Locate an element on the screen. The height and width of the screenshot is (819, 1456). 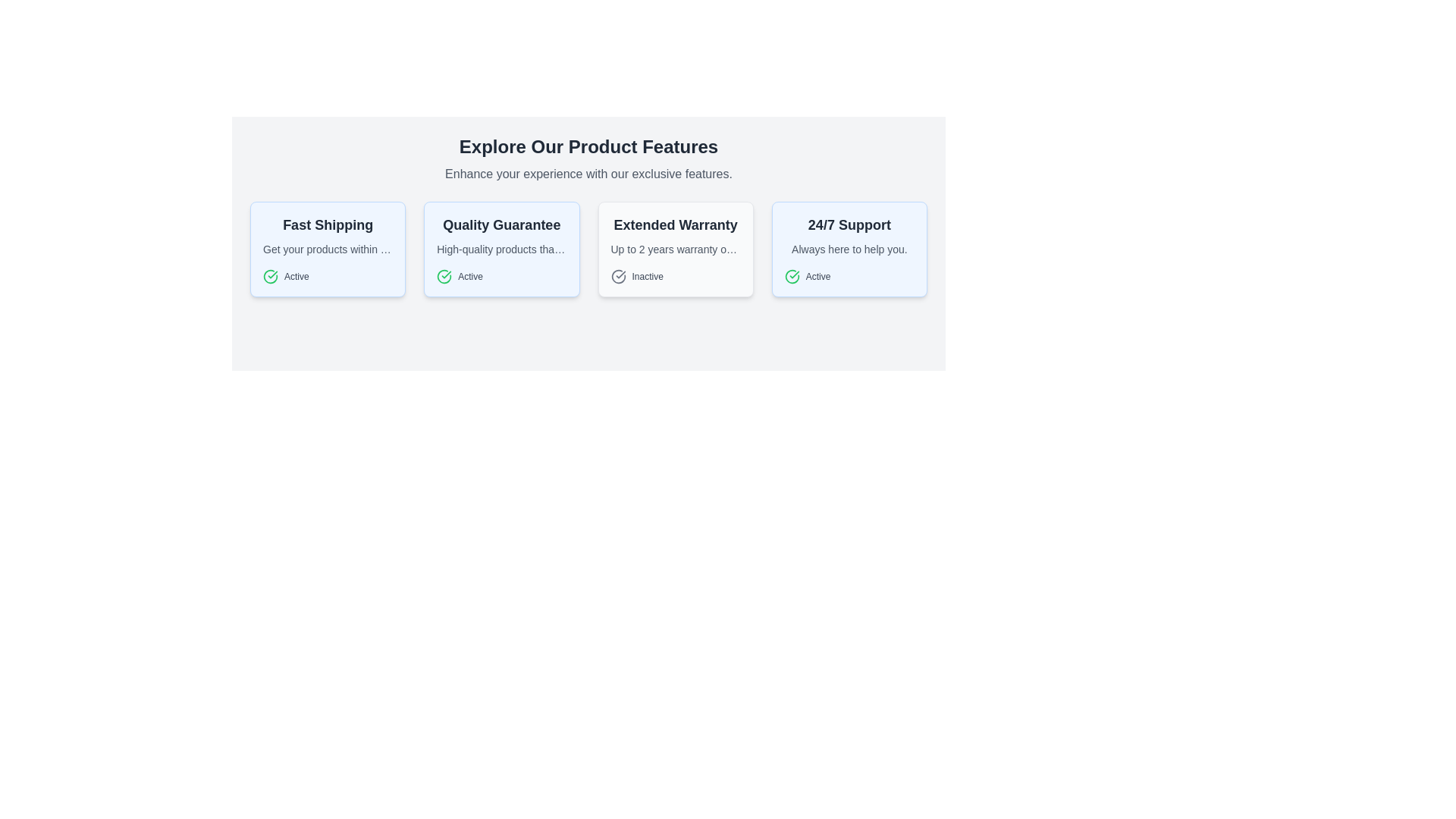
the text element displaying 'Enhance your experience with our exclusive features.' which is styled in gray and positioned below the title 'Explore Our Product Features.' is located at coordinates (588, 174).